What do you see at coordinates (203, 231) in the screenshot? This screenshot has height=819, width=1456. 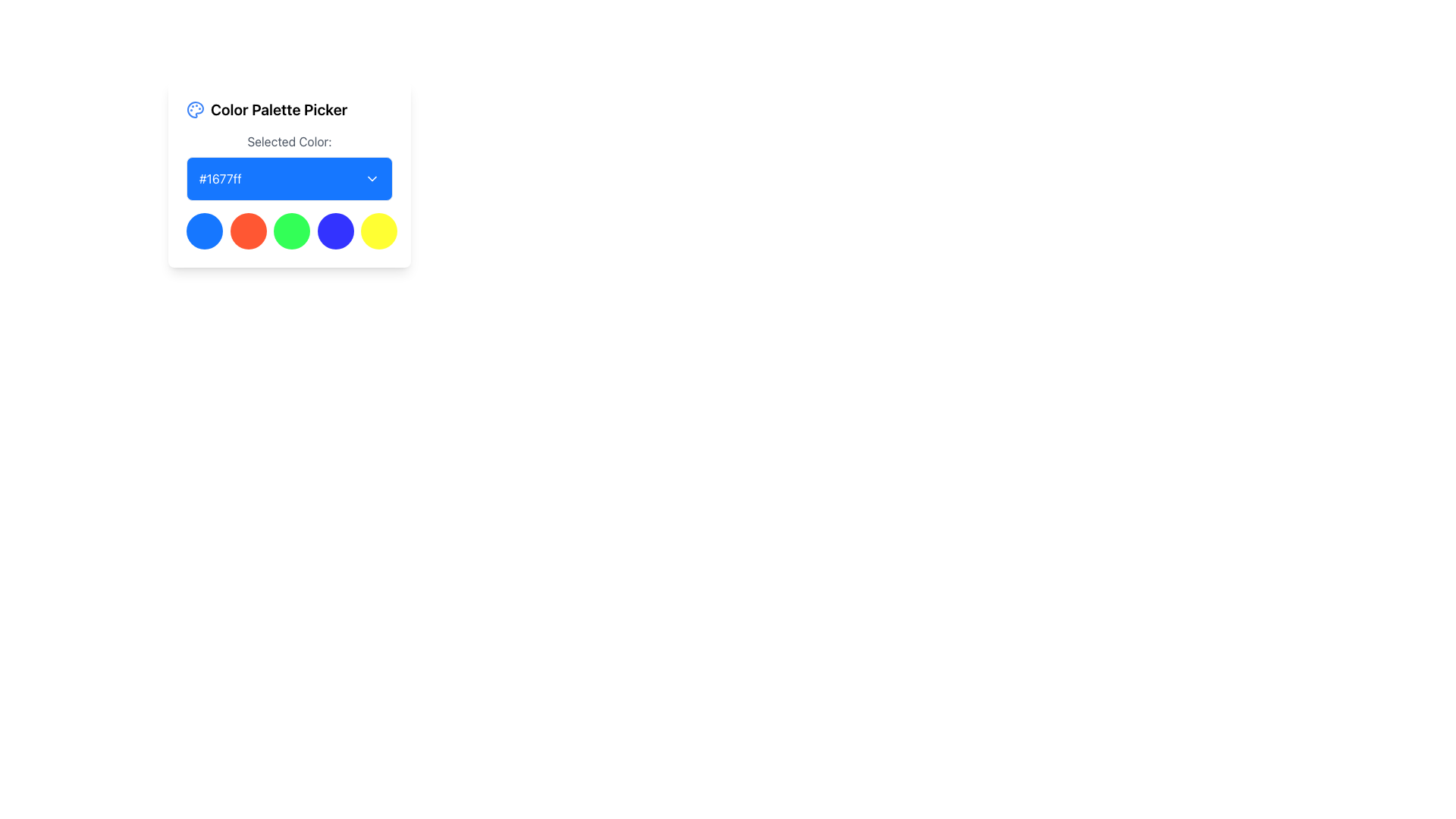 I see `the blue circular button, which is the first in a row of five colored buttons below the color selection dropdown in the color palette picker interface` at bounding box center [203, 231].